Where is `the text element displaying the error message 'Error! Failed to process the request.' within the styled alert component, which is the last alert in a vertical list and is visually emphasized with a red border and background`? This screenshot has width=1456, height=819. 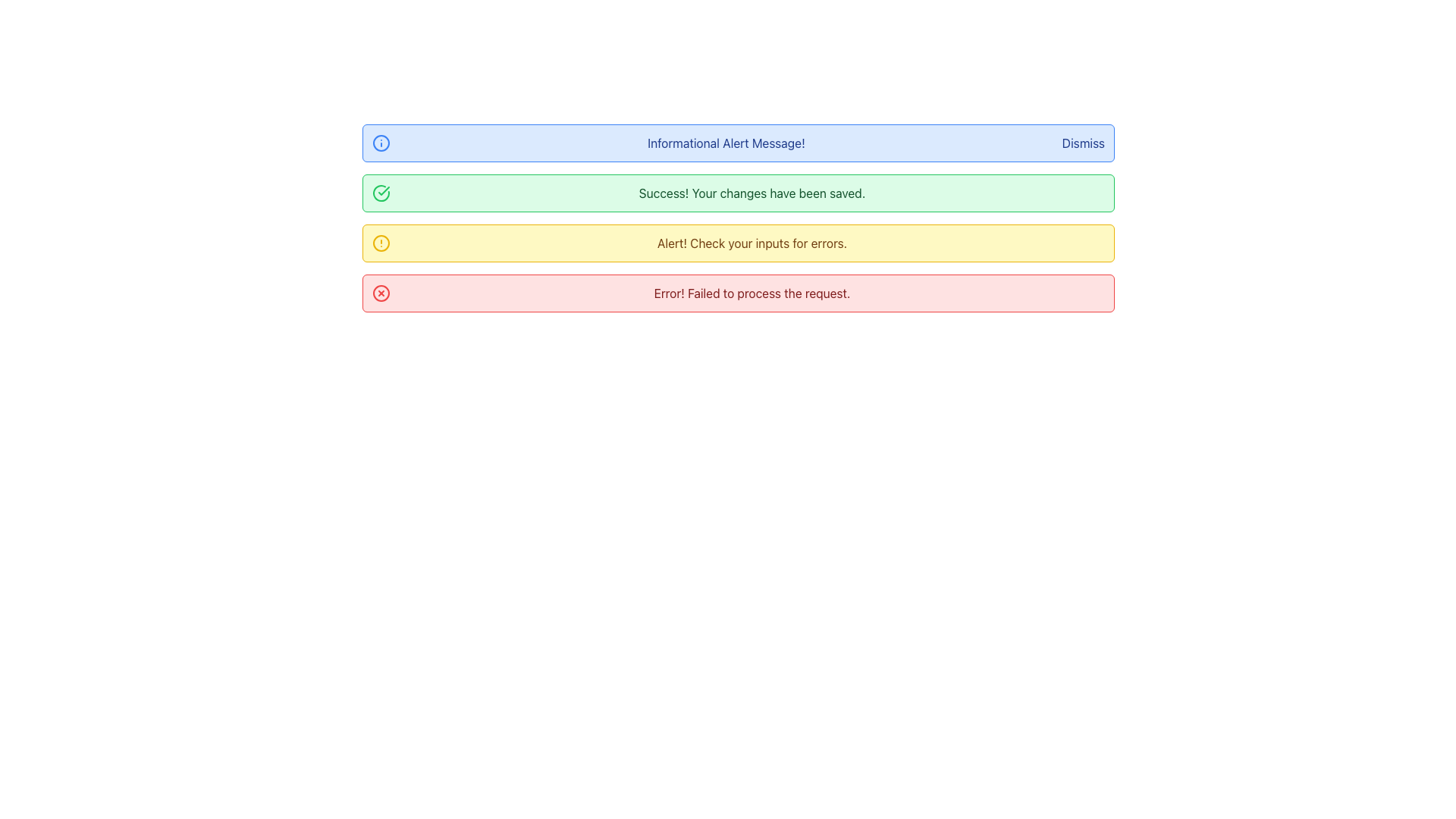 the text element displaying the error message 'Error! Failed to process the request.' within the styled alert component, which is the last alert in a vertical list and is visually emphasized with a red border and background is located at coordinates (752, 293).